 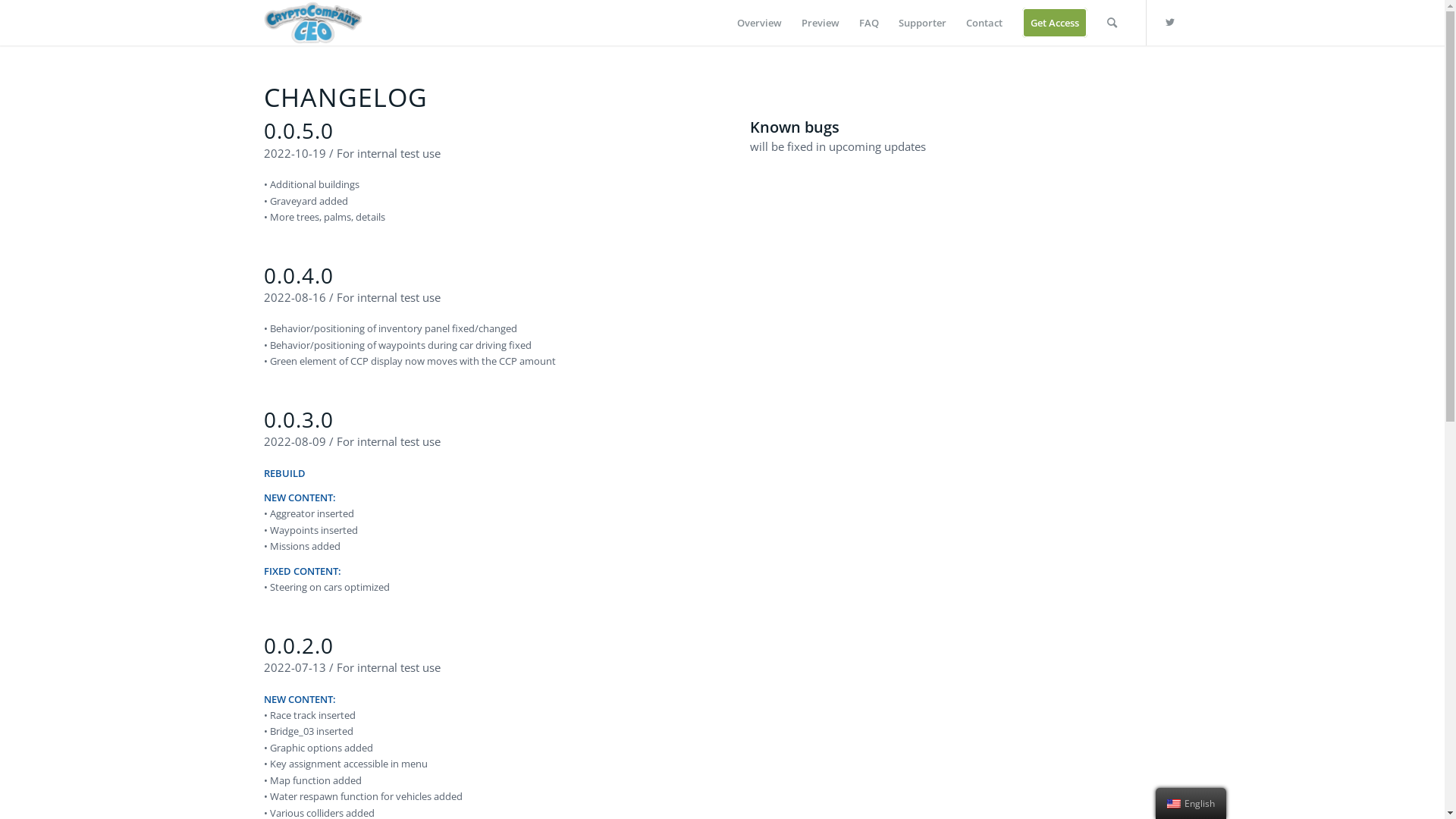 What do you see at coordinates (1169, 22) in the screenshot?
I see `'Twitter'` at bounding box center [1169, 22].